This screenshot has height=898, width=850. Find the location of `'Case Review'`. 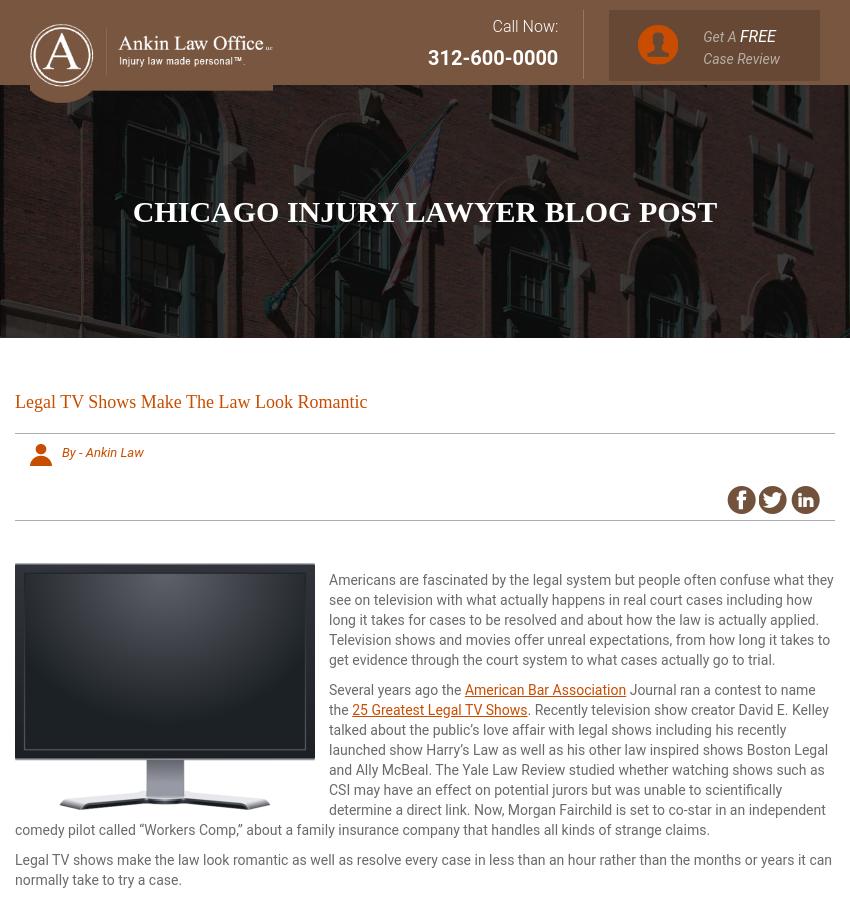

'Case Review' is located at coordinates (741, 57).